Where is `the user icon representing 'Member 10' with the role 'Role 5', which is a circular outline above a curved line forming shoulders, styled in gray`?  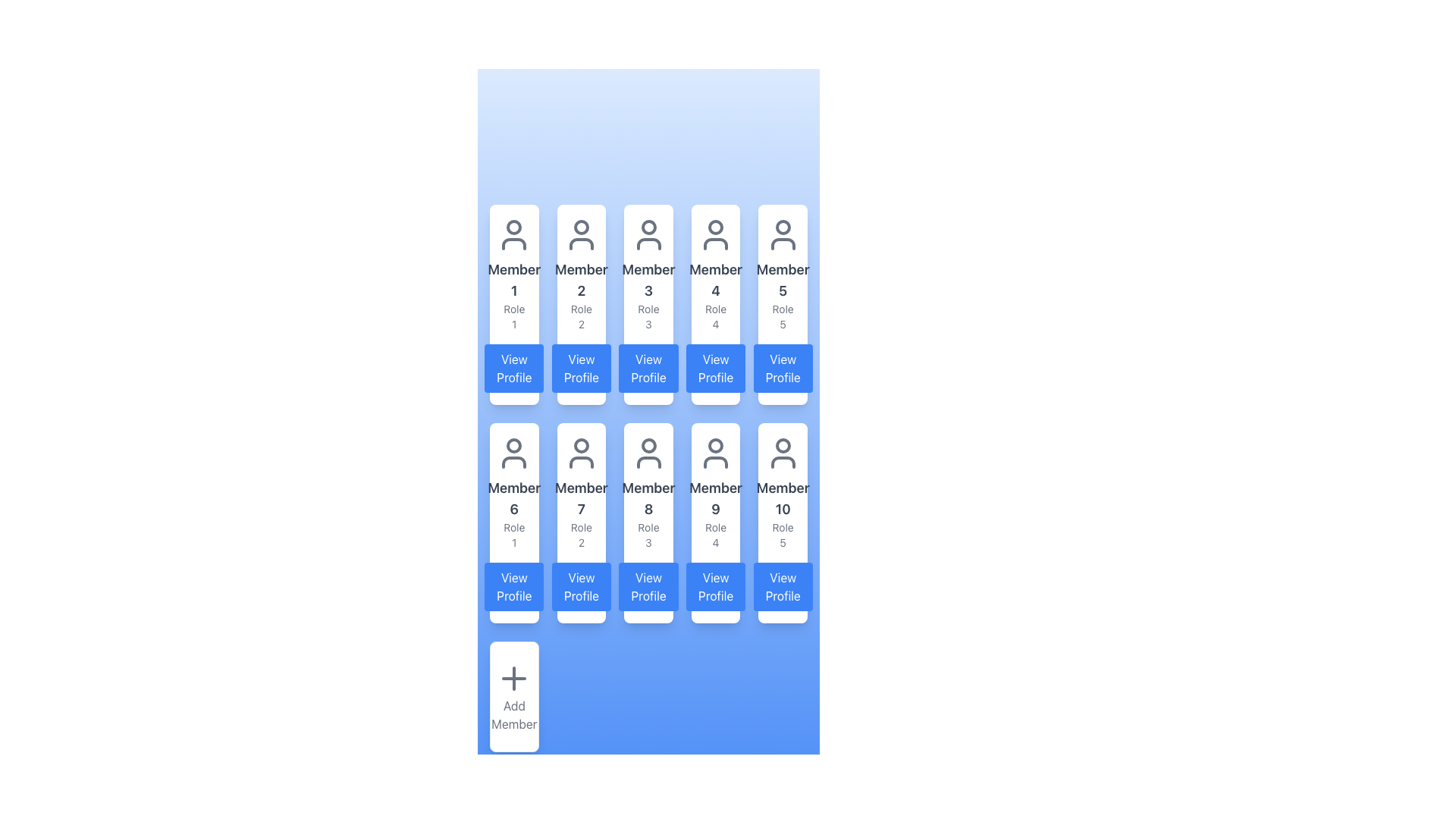
the user icon representing 'Member 10' with the role 'Role 5', which is a circular outline above a curved line forming shoulders, styled in gray is located at coordinates (783, 452).